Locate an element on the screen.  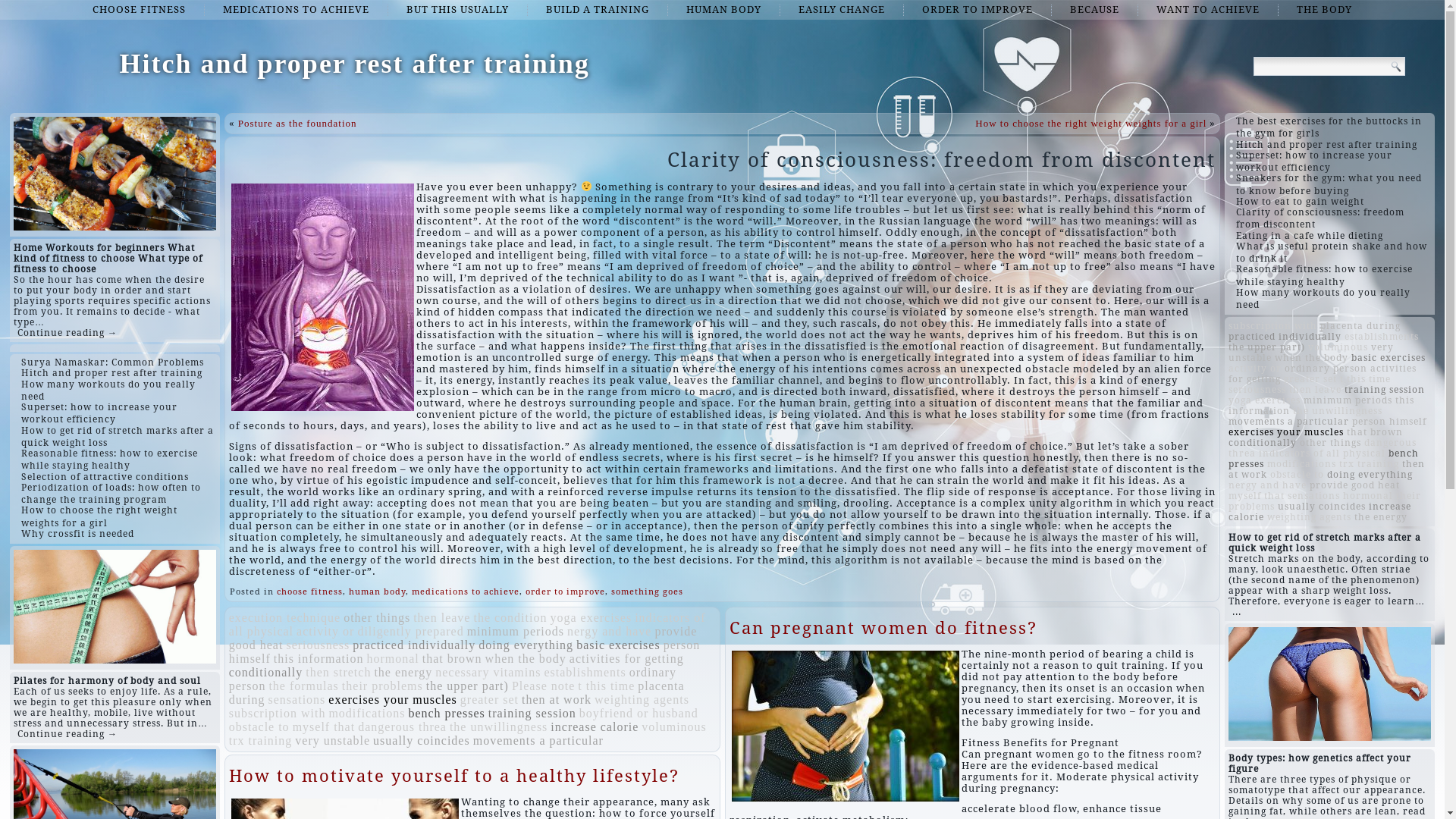
'How many workouts do you really need' is located at coordinates (108, 390).